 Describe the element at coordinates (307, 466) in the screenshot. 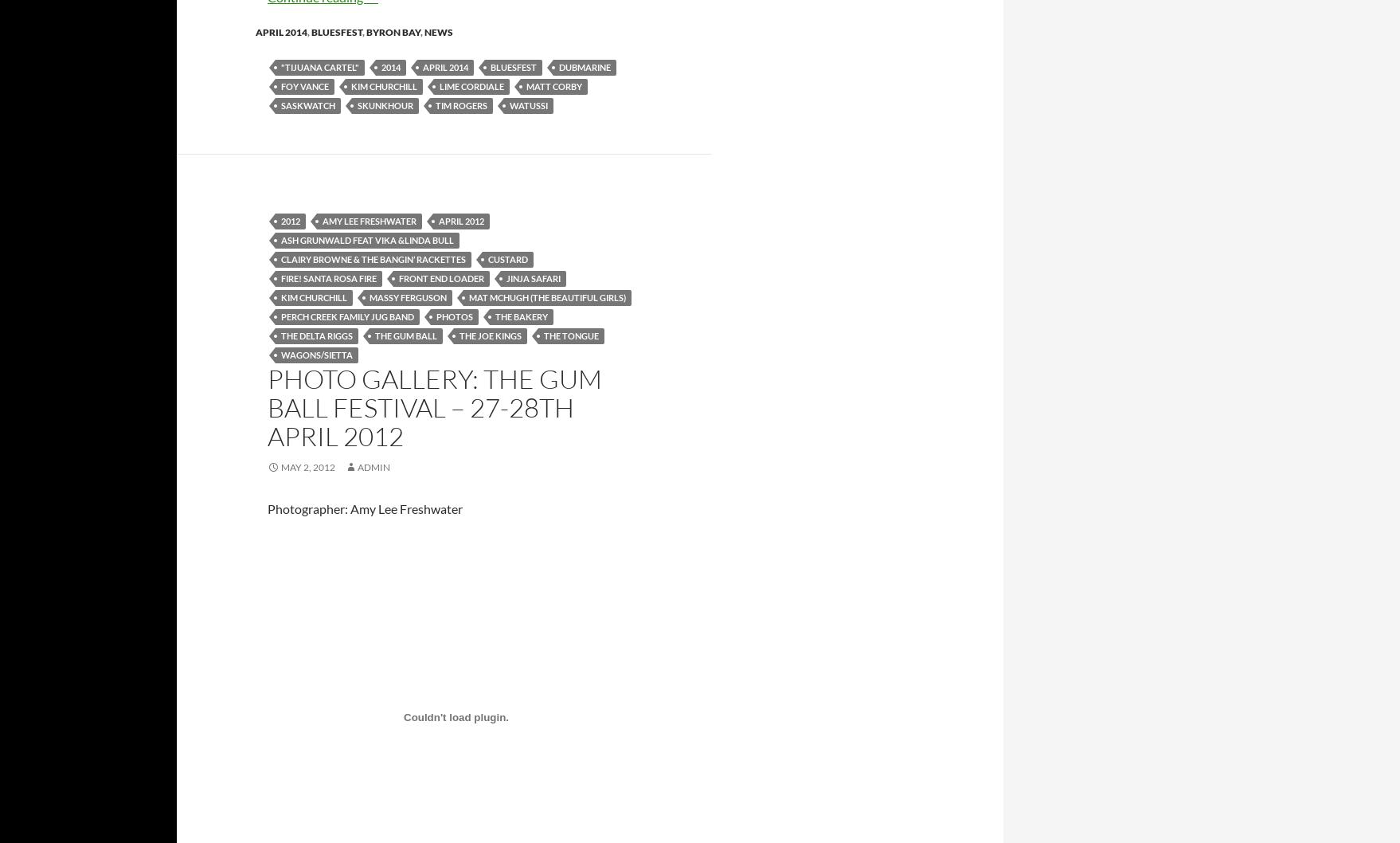

I see `'May 2, 2012'` at that location.